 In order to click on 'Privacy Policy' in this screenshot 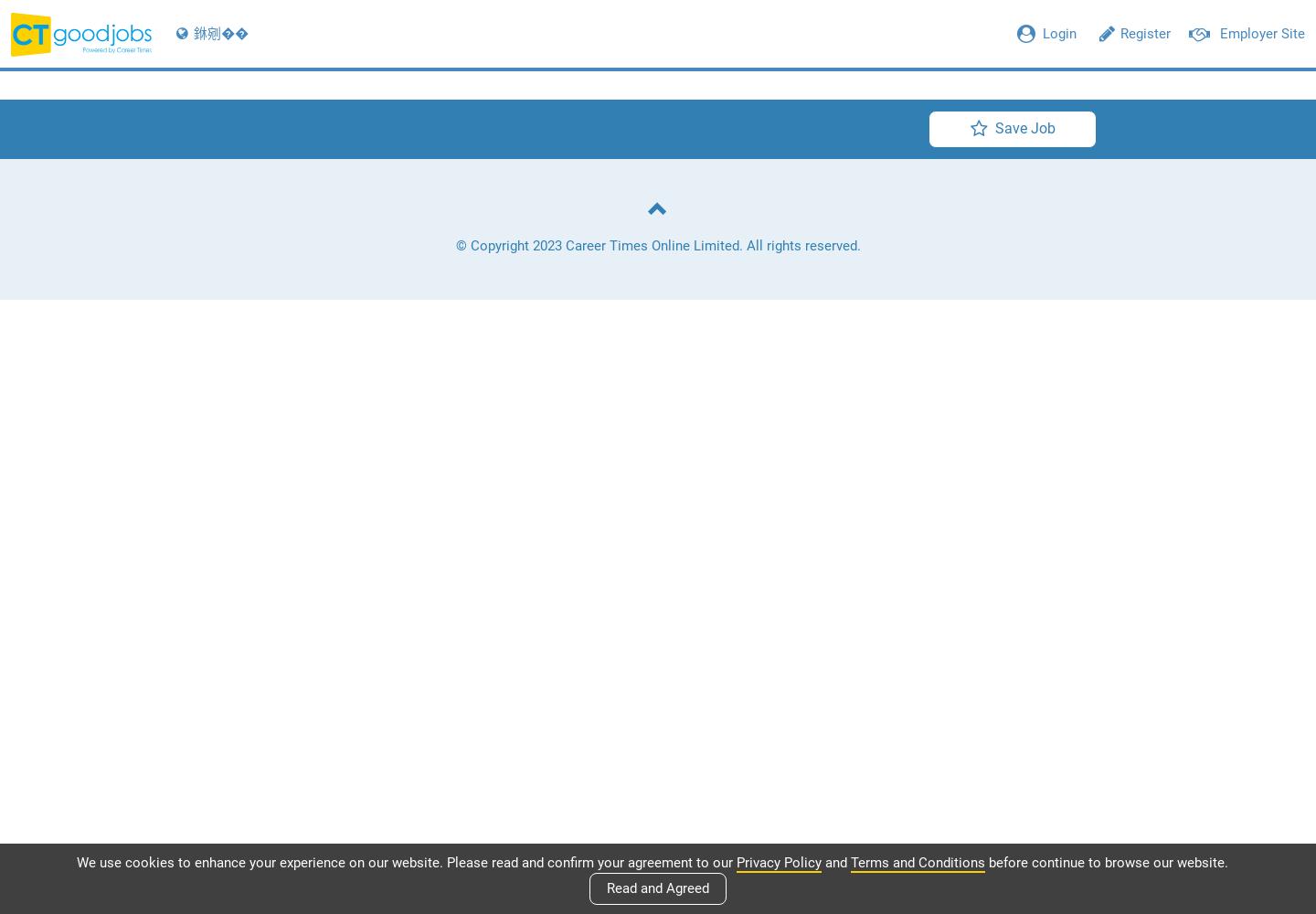, I will do `click(778, 861)`.